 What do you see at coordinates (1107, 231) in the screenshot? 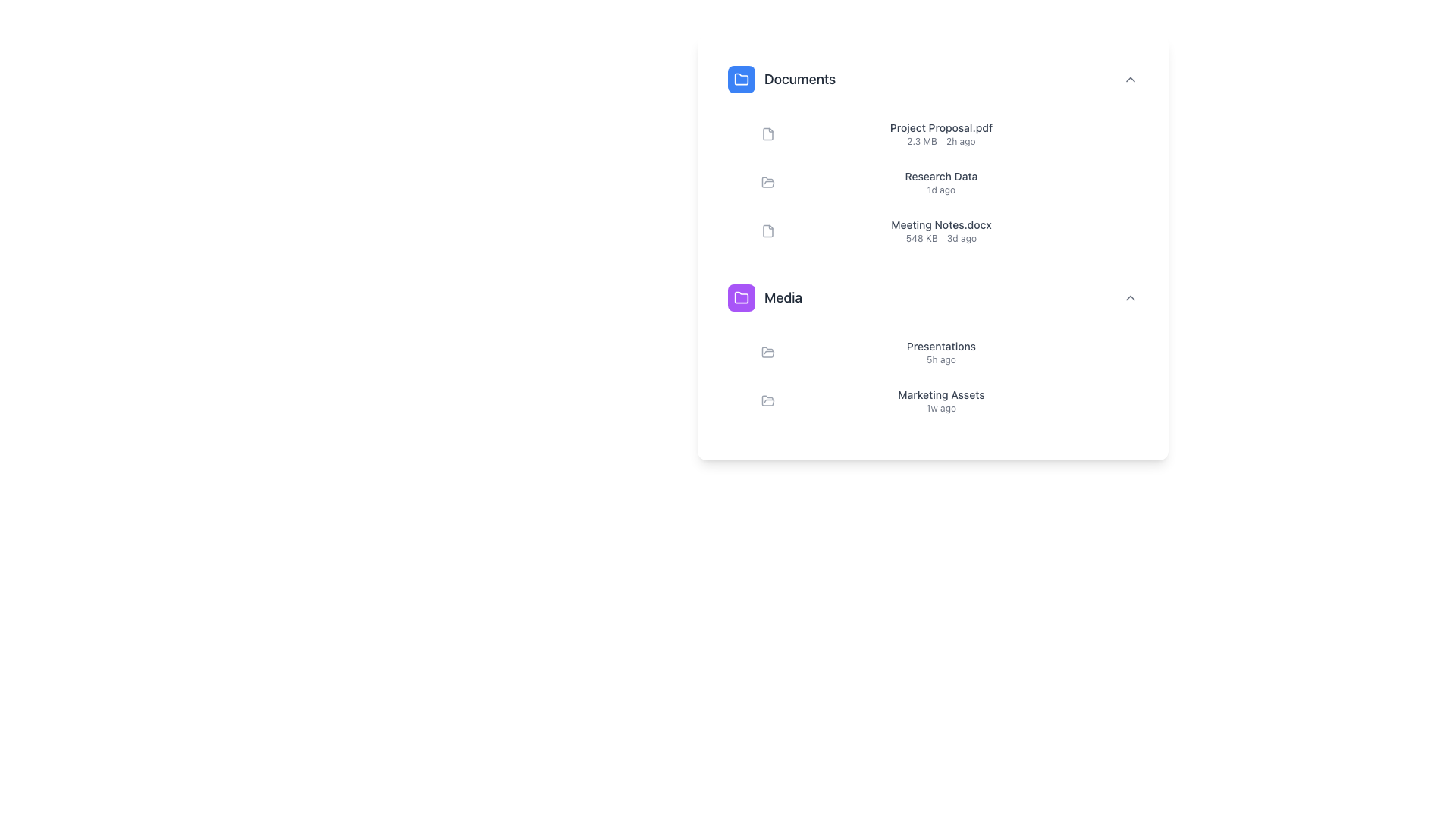
I see `the toggleable star button next to 'Meeting Notes.docx'` at bounding box center [1107, 231].